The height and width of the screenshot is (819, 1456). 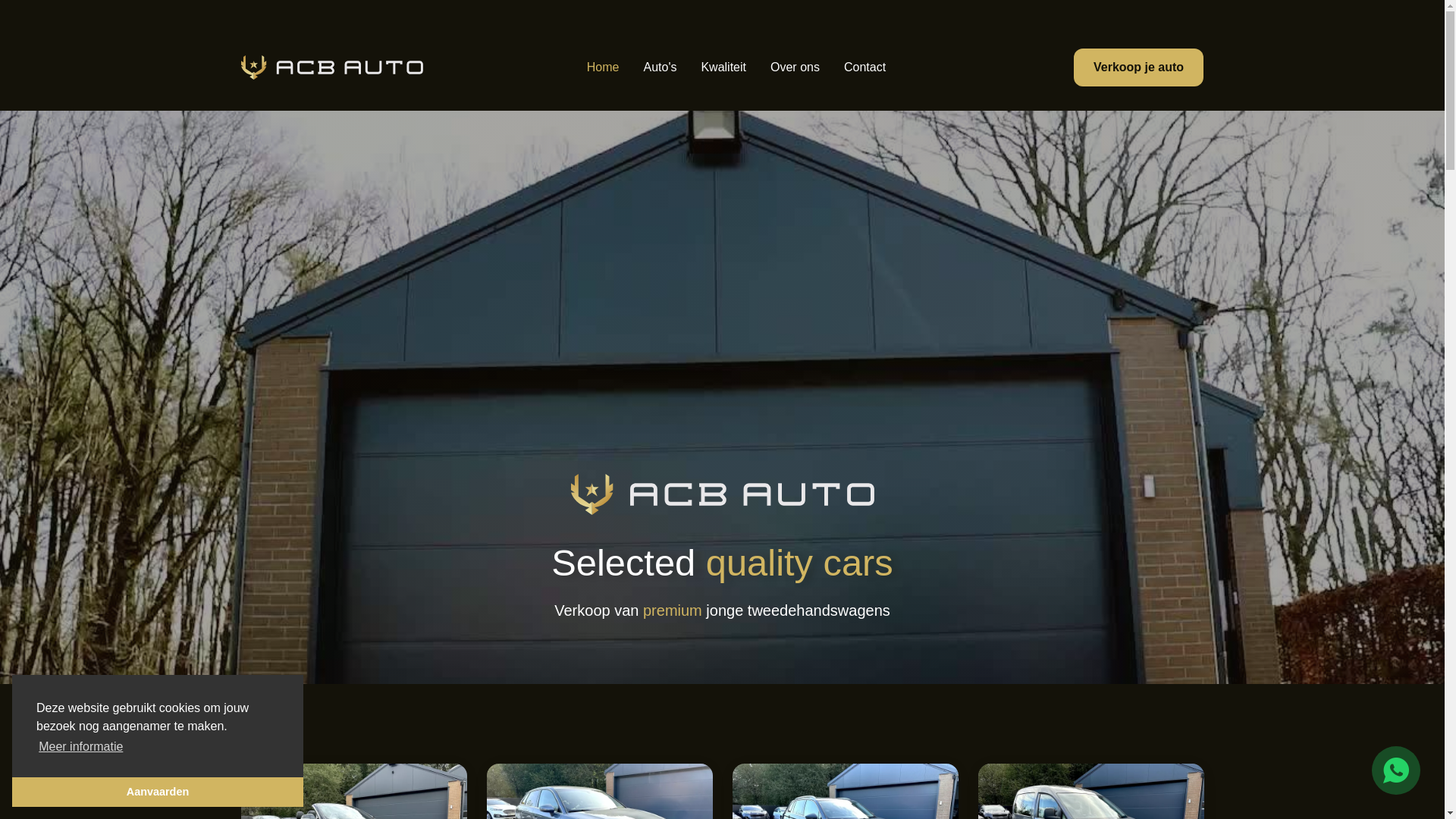 What do you see at coordinates (864, 66) in the screenshot?
I see `'Contact'` at bounding box center [864, 66].